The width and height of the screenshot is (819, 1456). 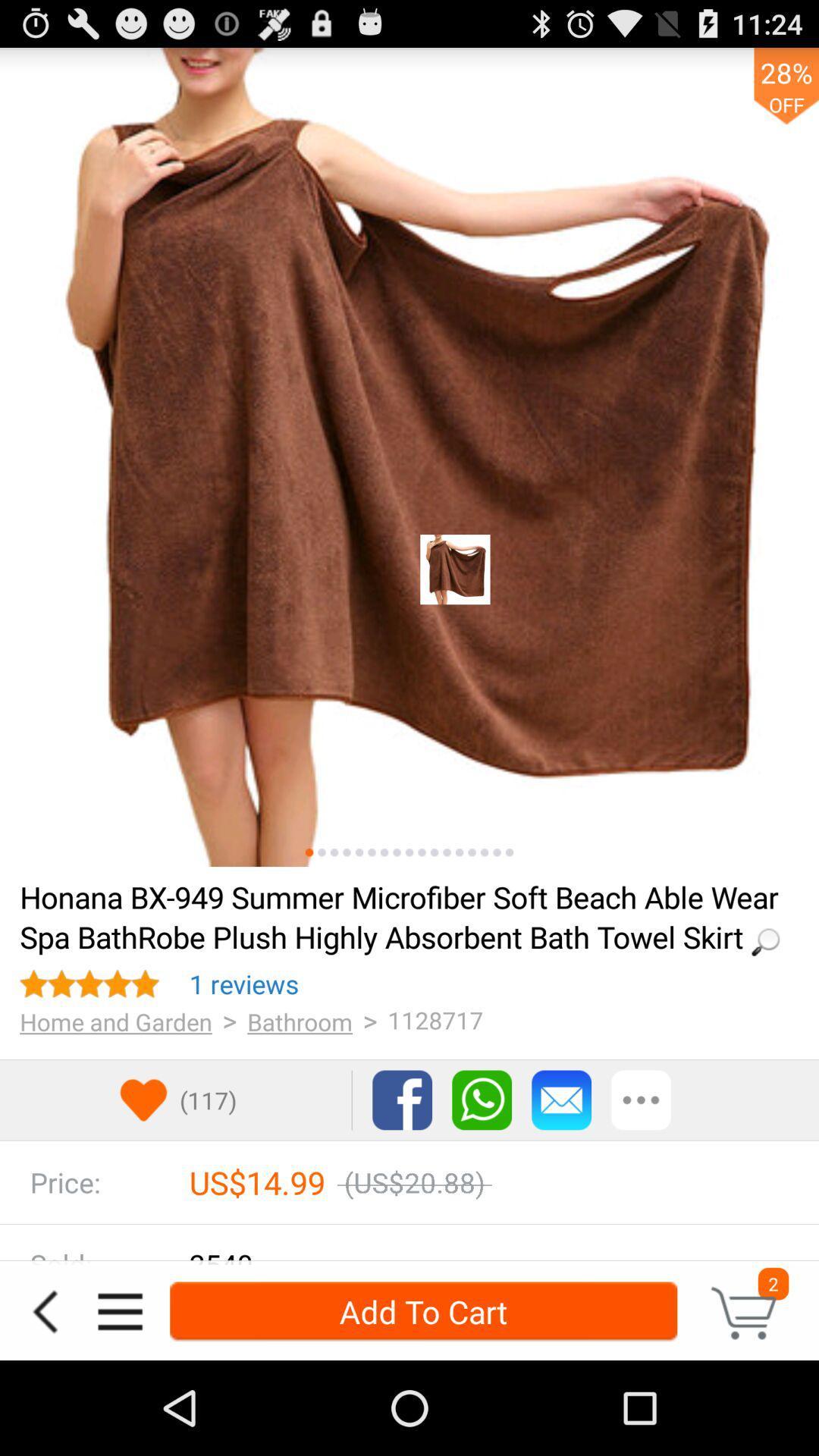 I want to click on share in facebook, so click(x=401, y=1100).